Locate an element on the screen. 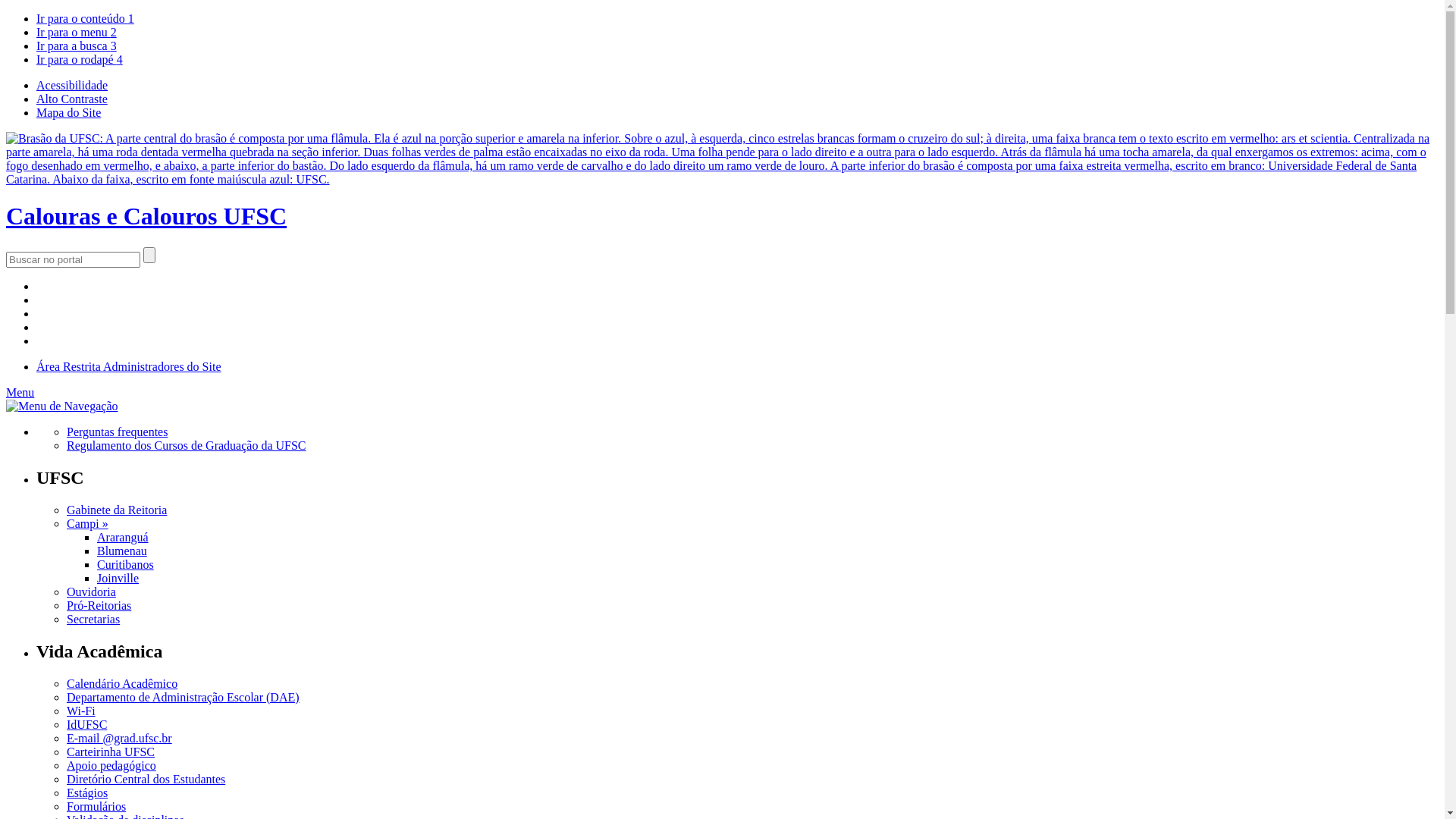 The width and height of the screenshot is (1456, 819). 'Acessibilidade' is located at coordinates (71, 85).